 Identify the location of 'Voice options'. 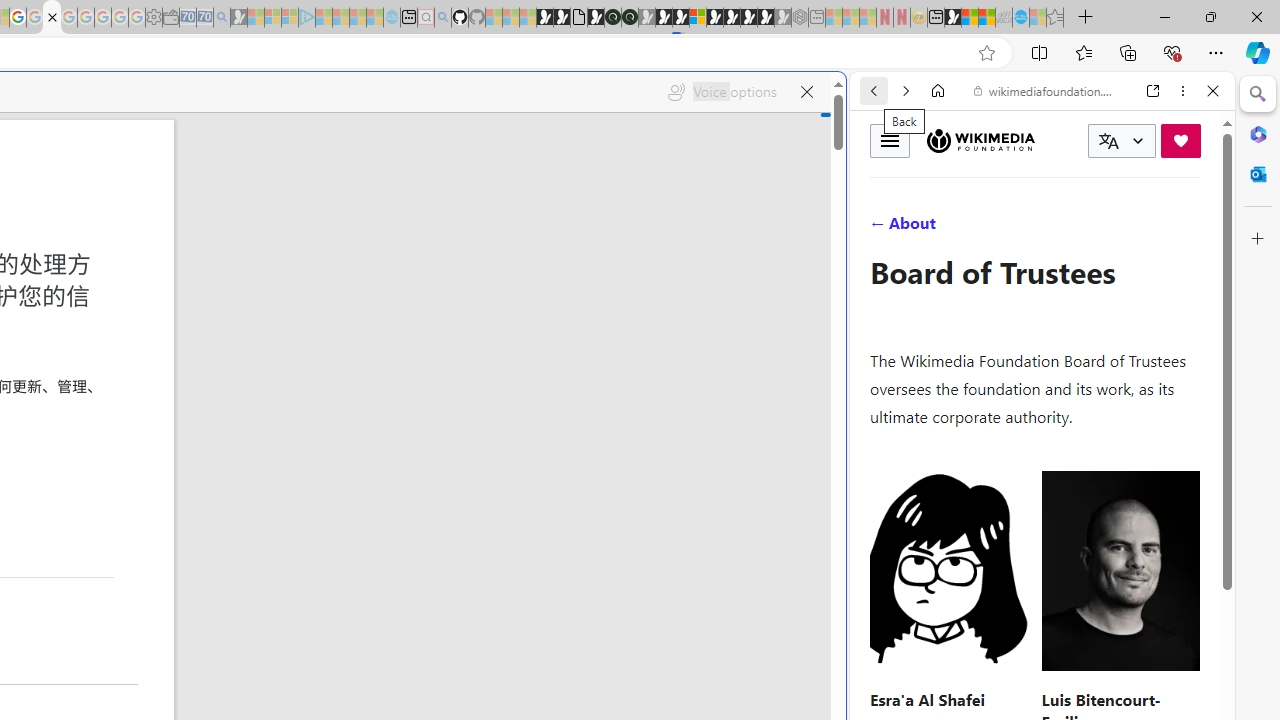
(720, 92).